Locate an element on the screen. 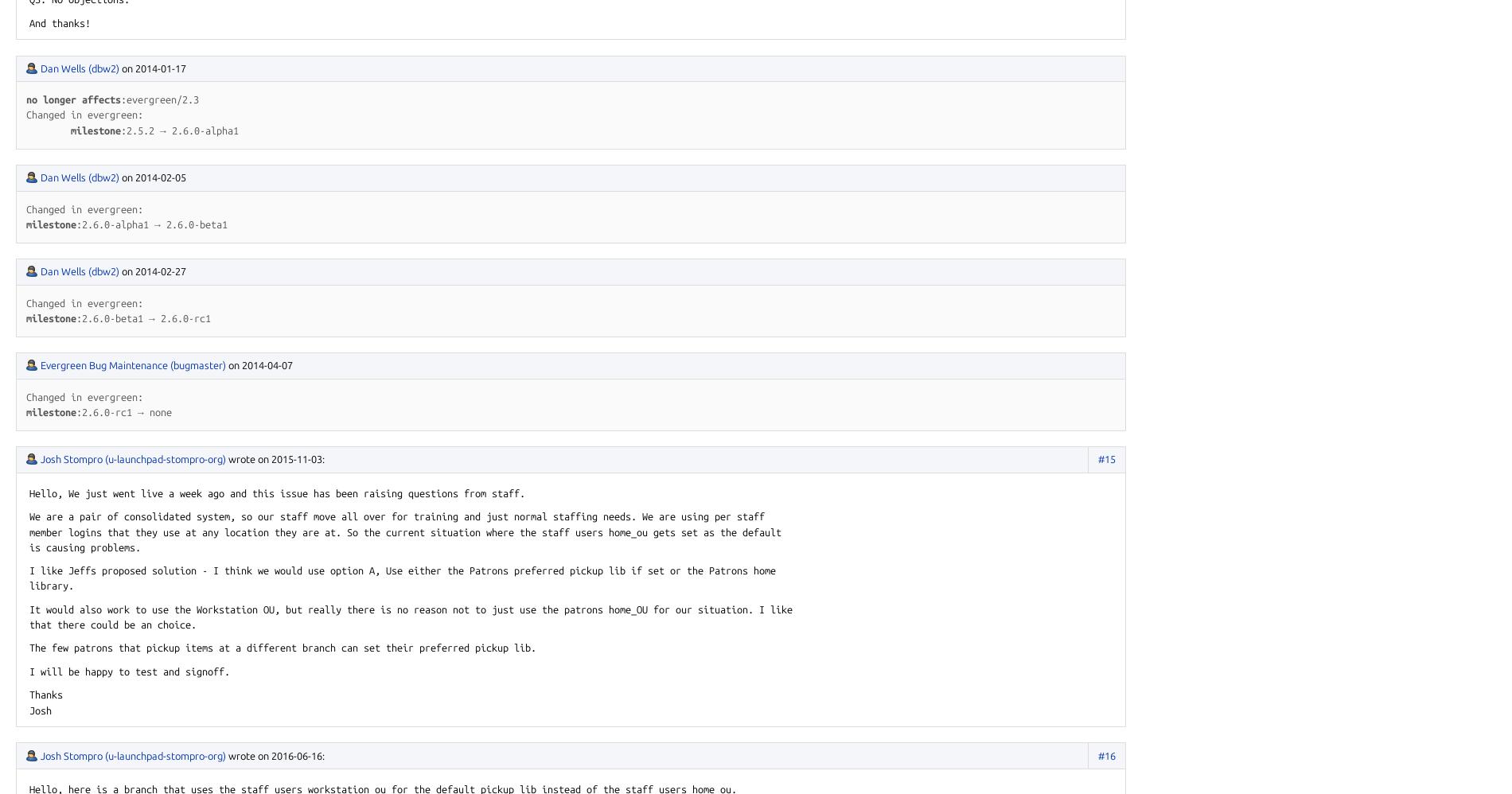 This screenshot has width=1512, height=794. '2.6.0-beta1 → 2.6.0-rc1' is located at coordinates (146, 317).